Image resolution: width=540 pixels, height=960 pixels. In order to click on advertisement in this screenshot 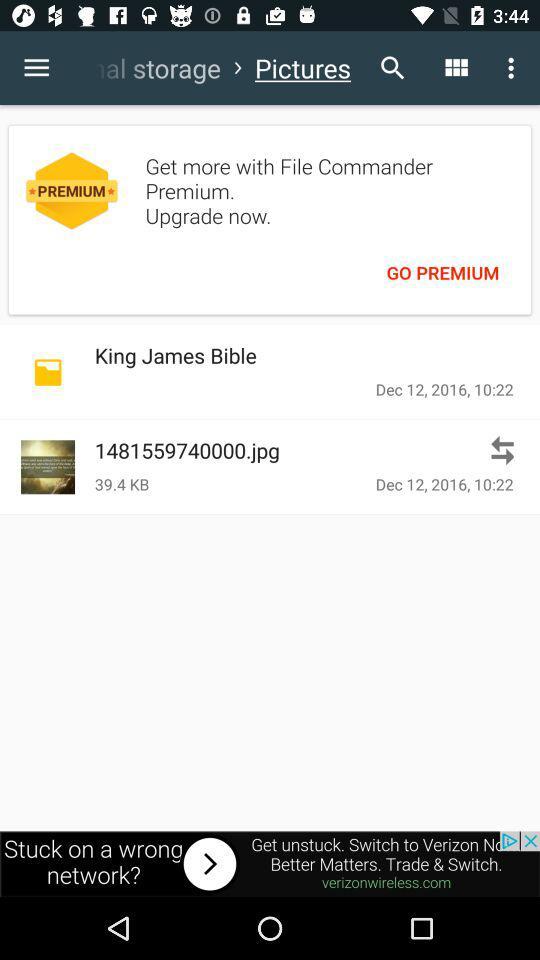, I will do `click(270, 863)`.